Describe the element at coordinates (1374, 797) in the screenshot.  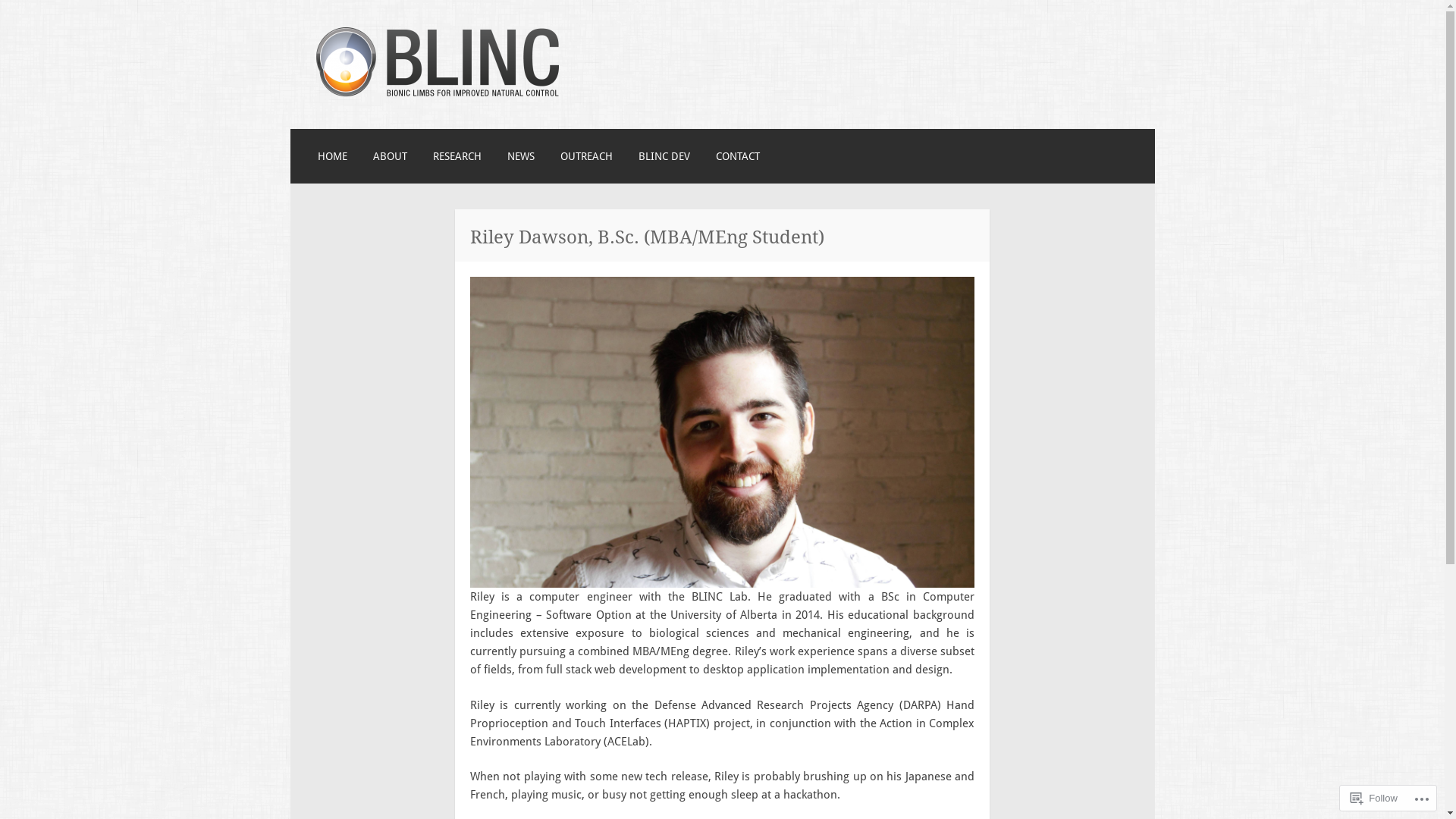
I see `'Follow'` at that location.